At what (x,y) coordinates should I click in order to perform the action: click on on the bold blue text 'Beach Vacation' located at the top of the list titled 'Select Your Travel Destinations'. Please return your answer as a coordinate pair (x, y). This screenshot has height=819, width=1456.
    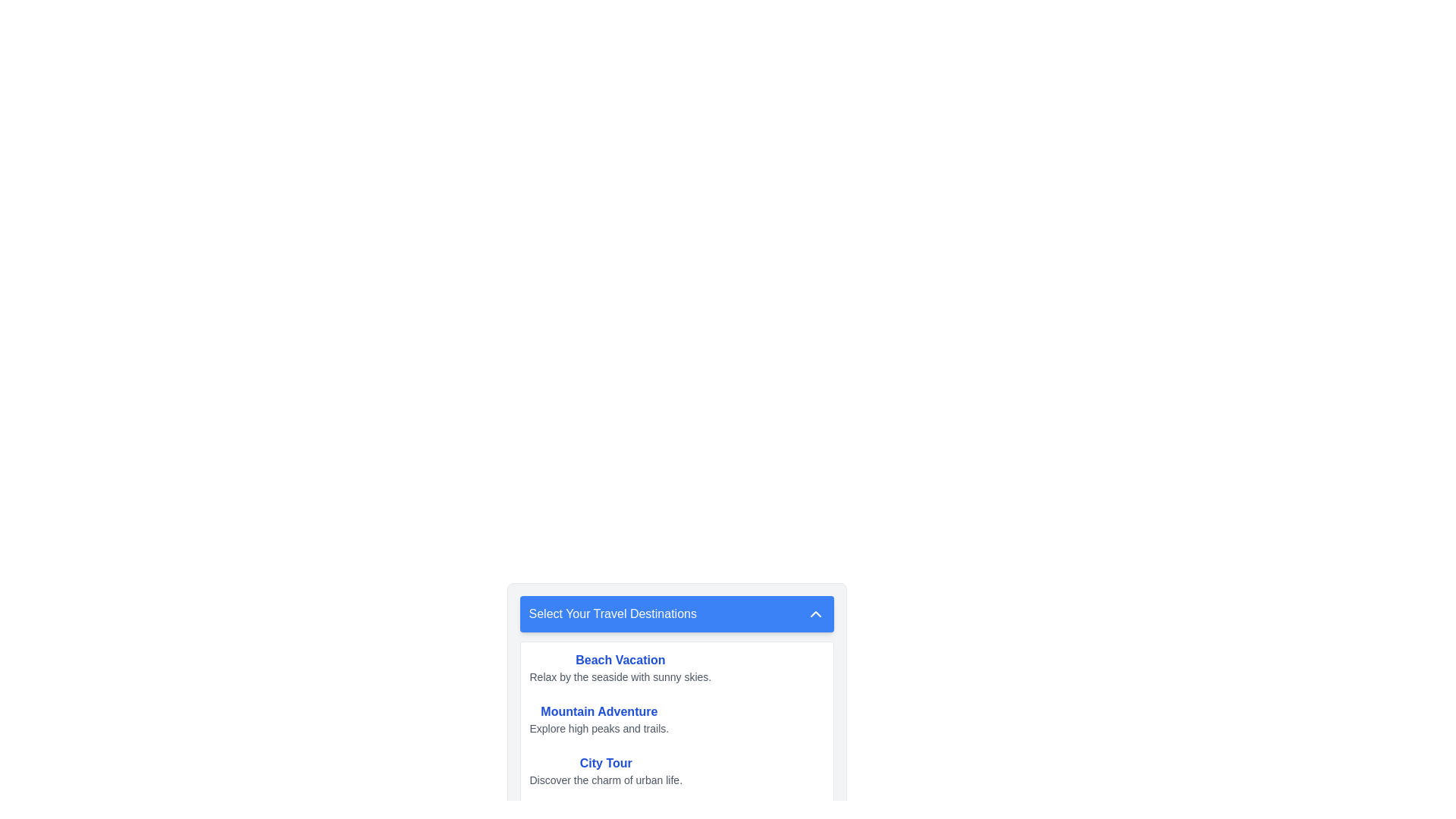
    Looking at the image, I should click on (620, 660).